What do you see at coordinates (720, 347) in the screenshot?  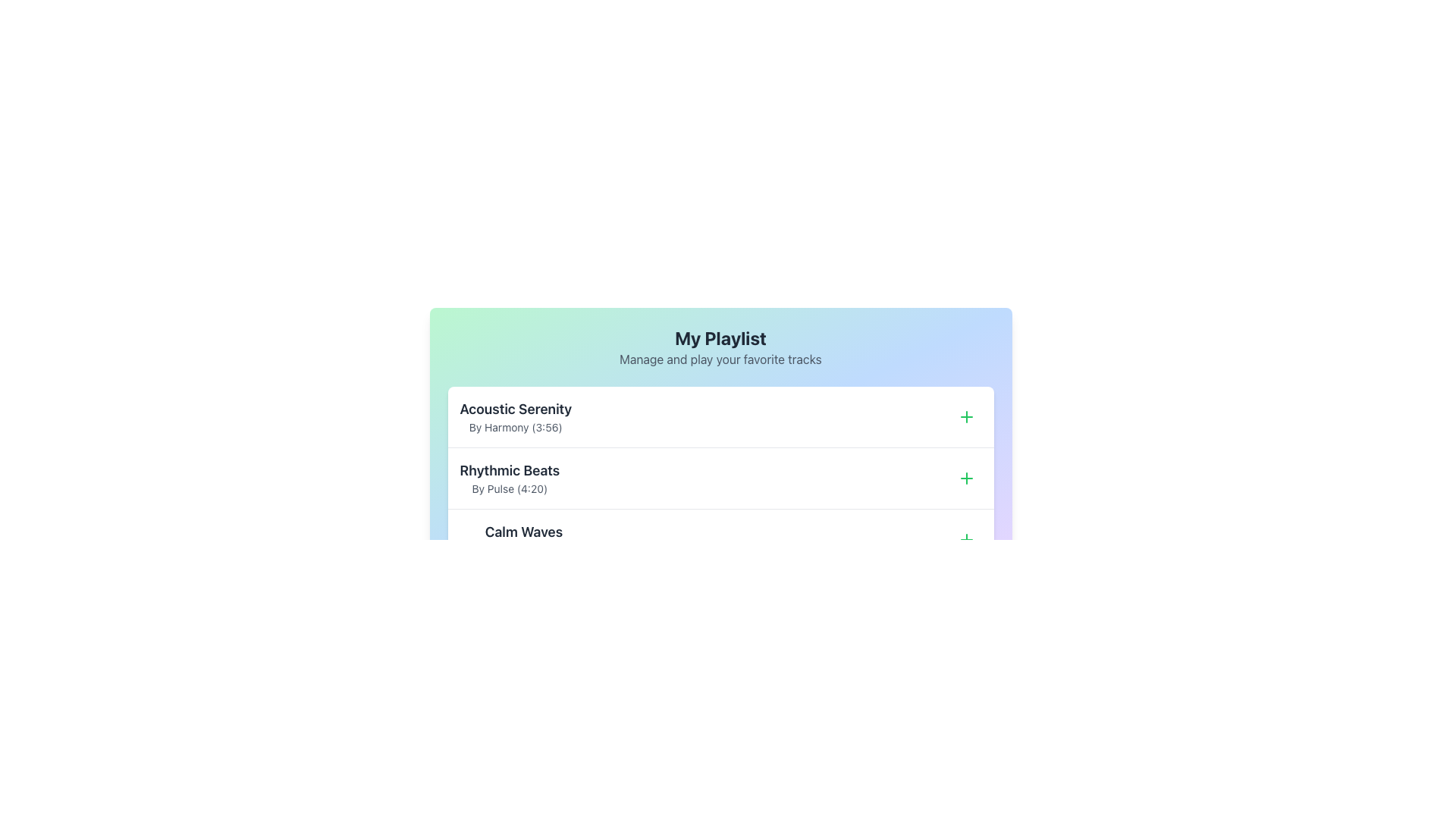 I see `text content of the Text Block titled 'My Playlist' that contains a subtitle 'Manage and play your favorite tracks', which is center-aligned and located at the top of a gradient background section` at bounding box center [720, 347].